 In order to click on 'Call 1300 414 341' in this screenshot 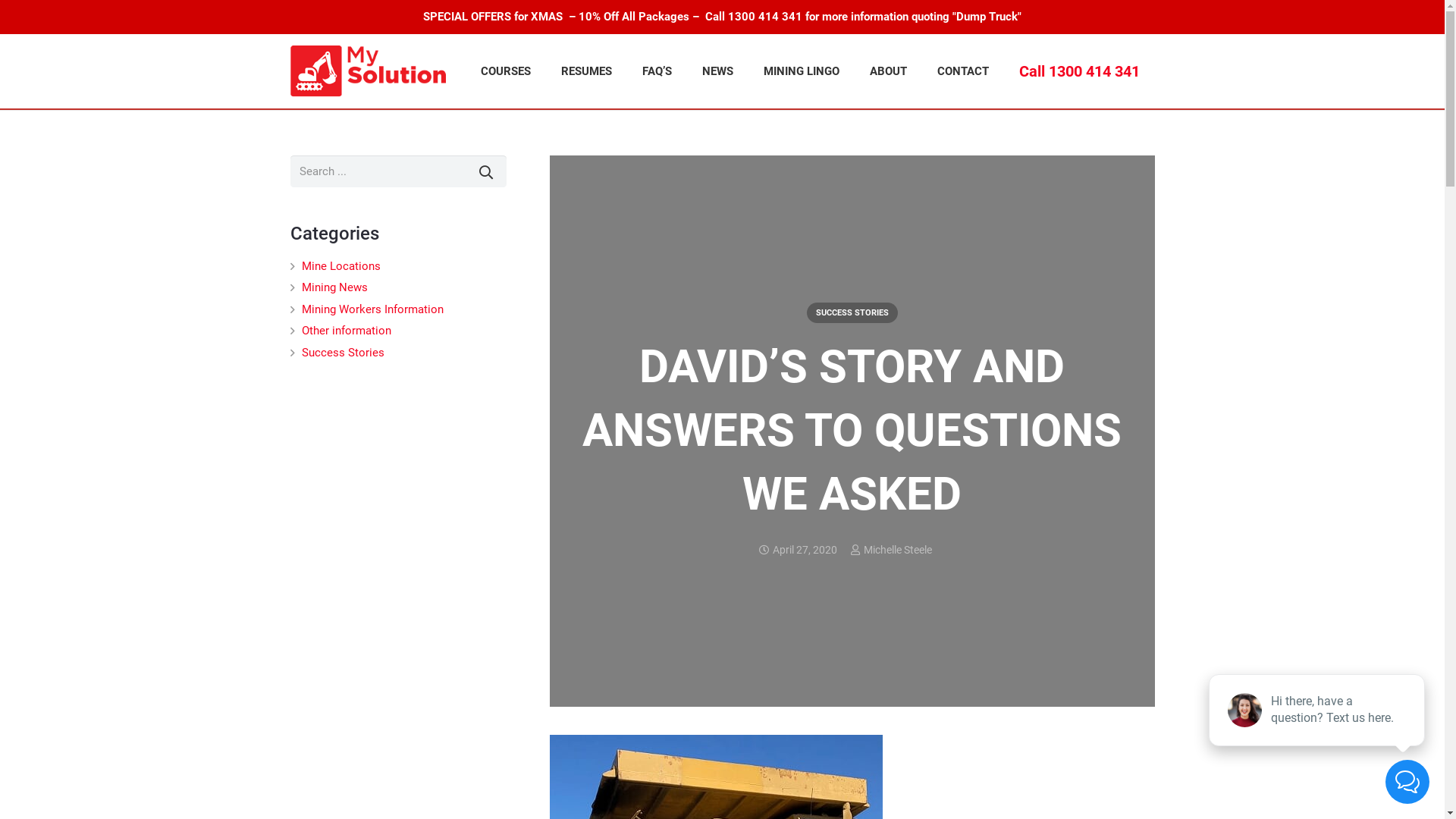, I will do `click(1004, 71)`.